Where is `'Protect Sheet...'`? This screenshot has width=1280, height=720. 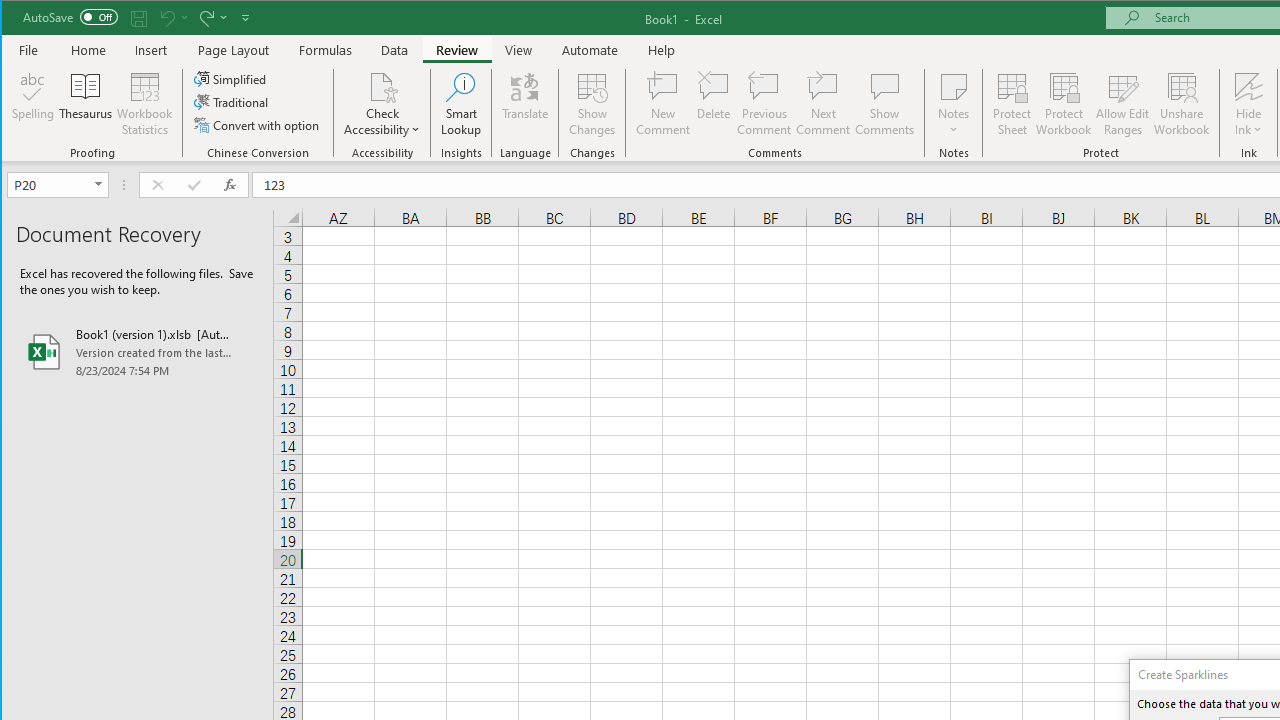
'Protect Sheet...' is located at coordinates (1012, 104).